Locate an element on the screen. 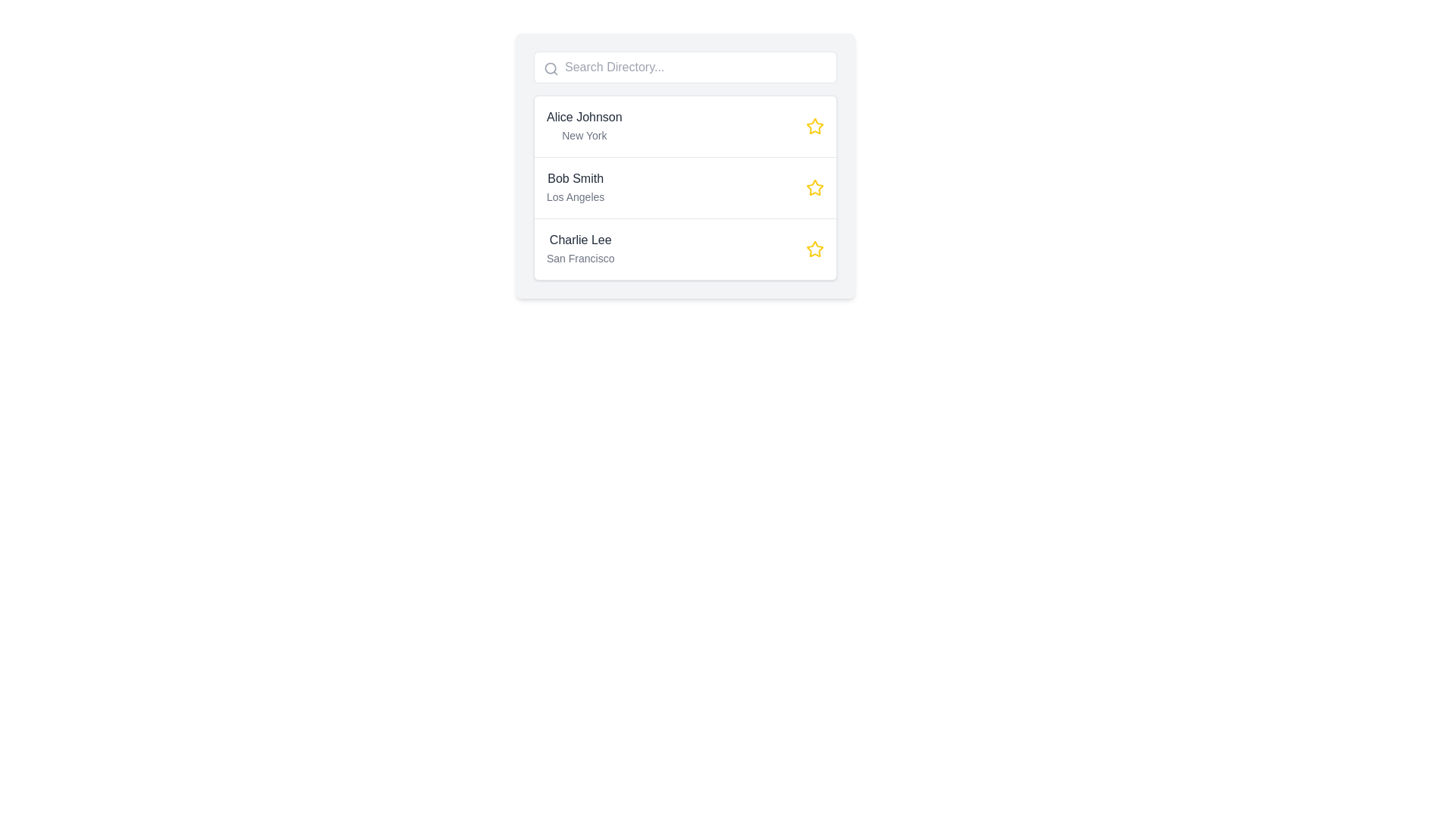  the text label displaying the location associated with 'Bob Smith', which is positioned below the main name in the user entry list is located at coordinates (575, 196).